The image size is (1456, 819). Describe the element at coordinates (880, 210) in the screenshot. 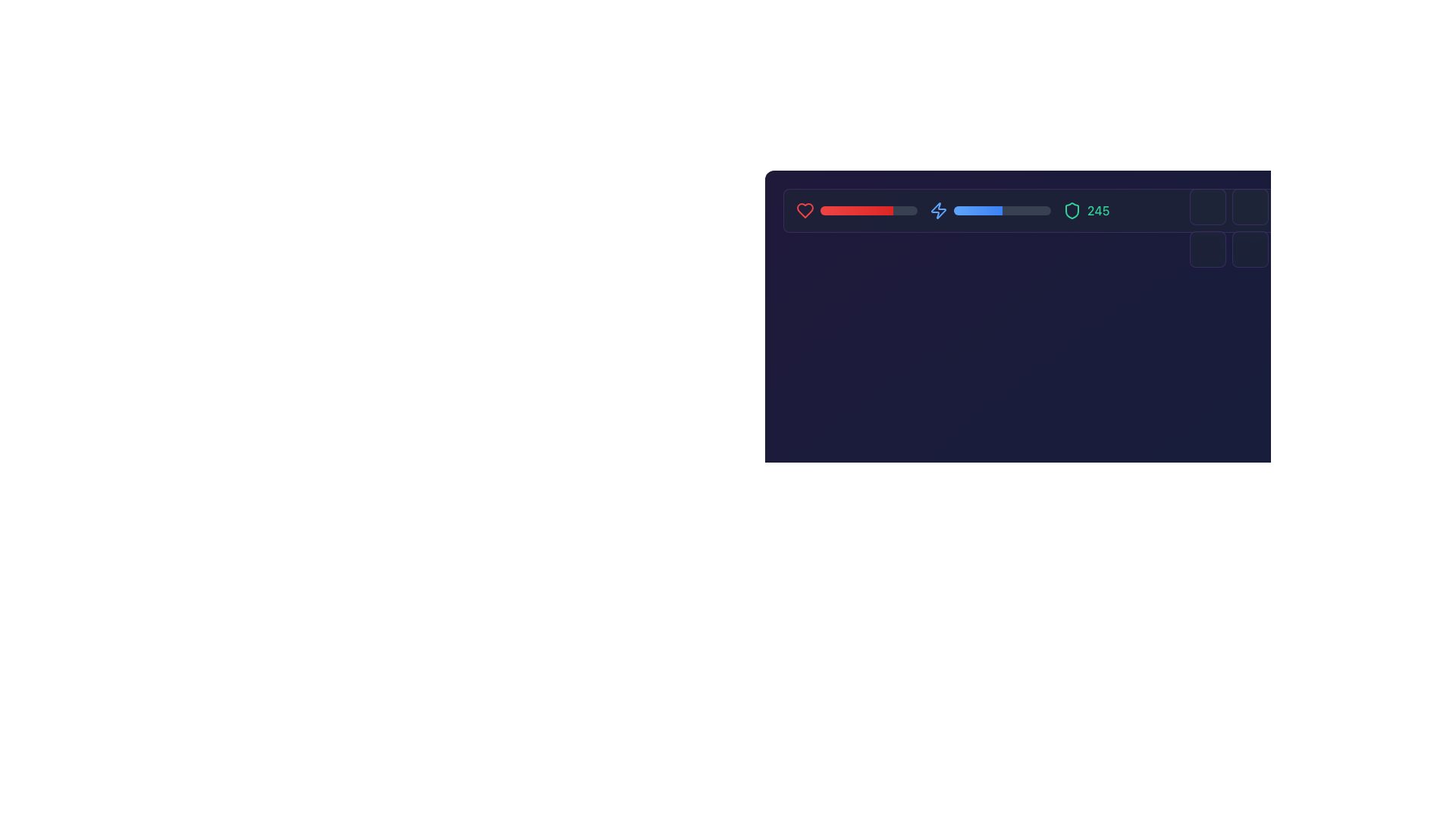

I see `the health bar value` at that location.